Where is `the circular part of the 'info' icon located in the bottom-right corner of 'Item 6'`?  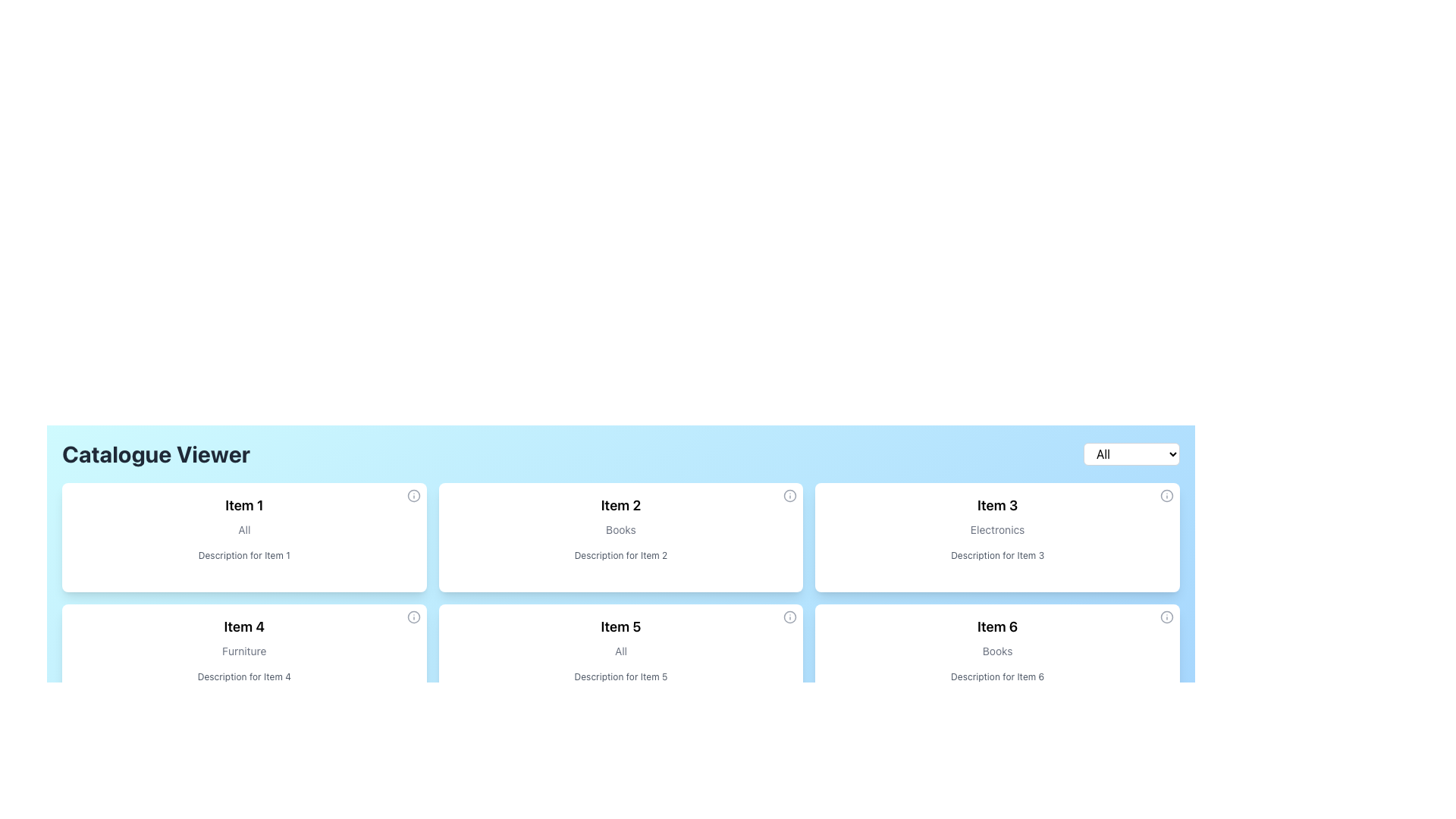
the circular part of the 'info' icon located in the bottom-right corner of 'Item 6' is located at coordinates (1166, 617).